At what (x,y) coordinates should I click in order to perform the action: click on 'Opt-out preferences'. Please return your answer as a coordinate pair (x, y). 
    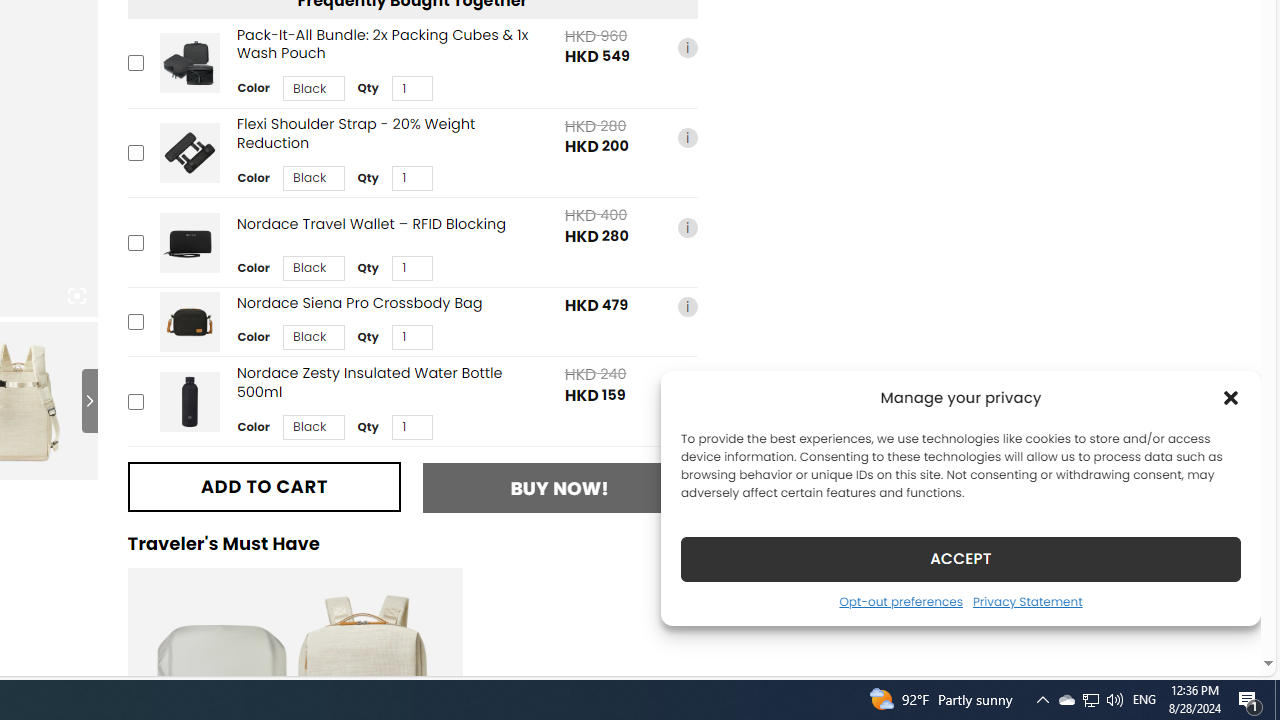
    Looking at the image, I should click on (899, 600).